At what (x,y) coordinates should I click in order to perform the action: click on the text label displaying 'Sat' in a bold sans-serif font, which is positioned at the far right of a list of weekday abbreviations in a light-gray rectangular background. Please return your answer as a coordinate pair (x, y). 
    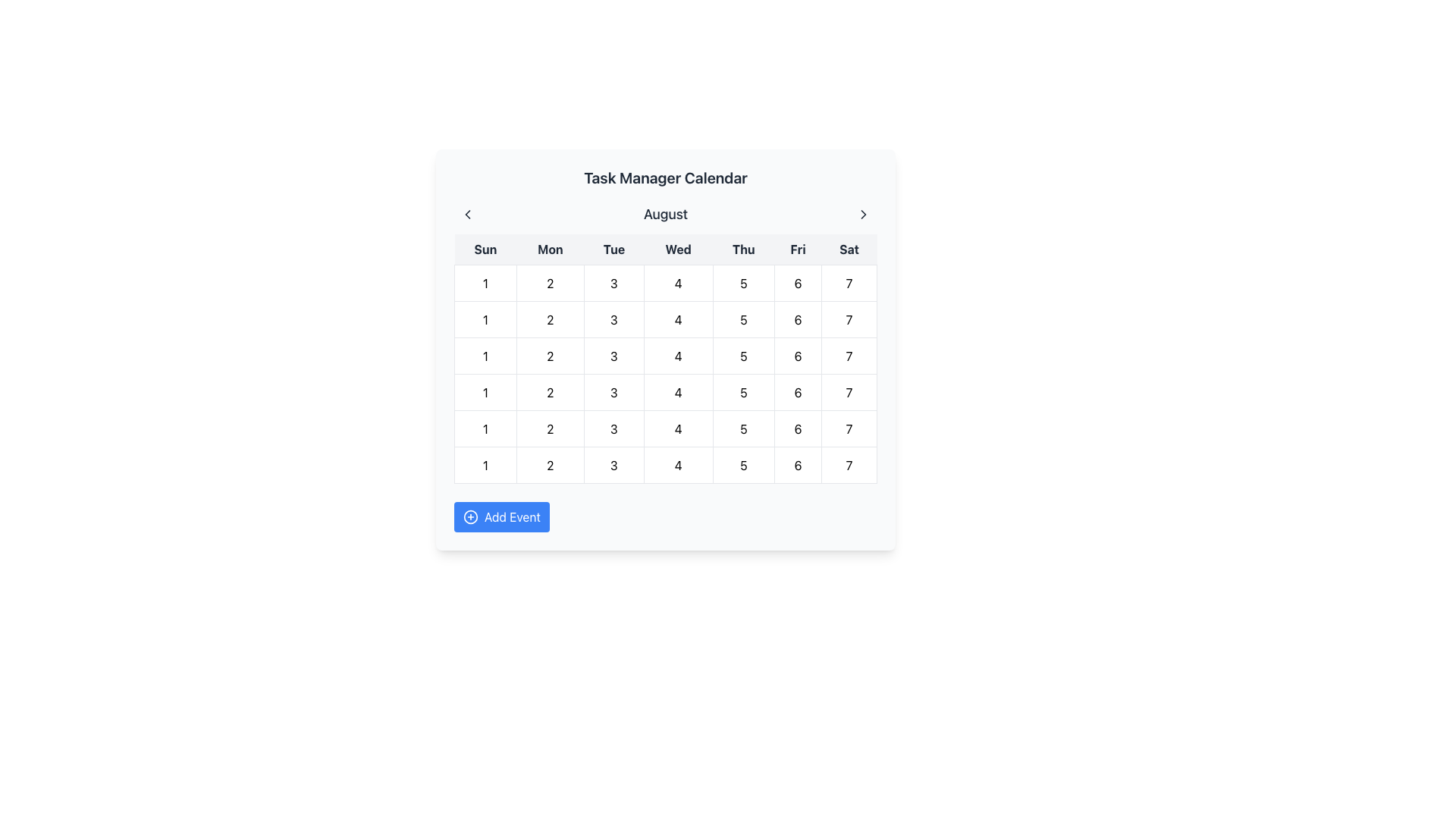
    Looking at the image, I should click on (849, 249).